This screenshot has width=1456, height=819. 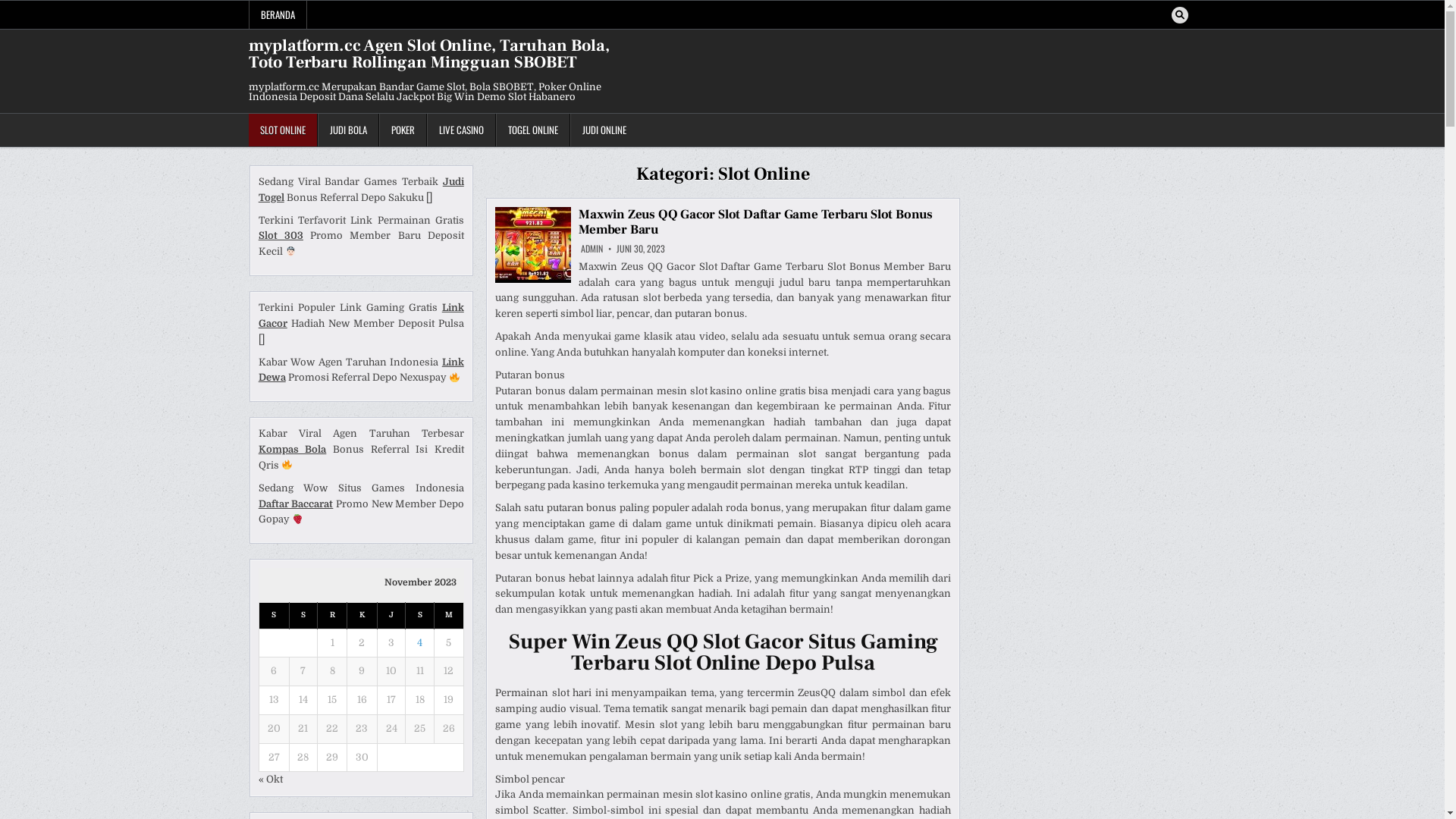 I want to click on 'ADMIN', so click(x=591, y=247).